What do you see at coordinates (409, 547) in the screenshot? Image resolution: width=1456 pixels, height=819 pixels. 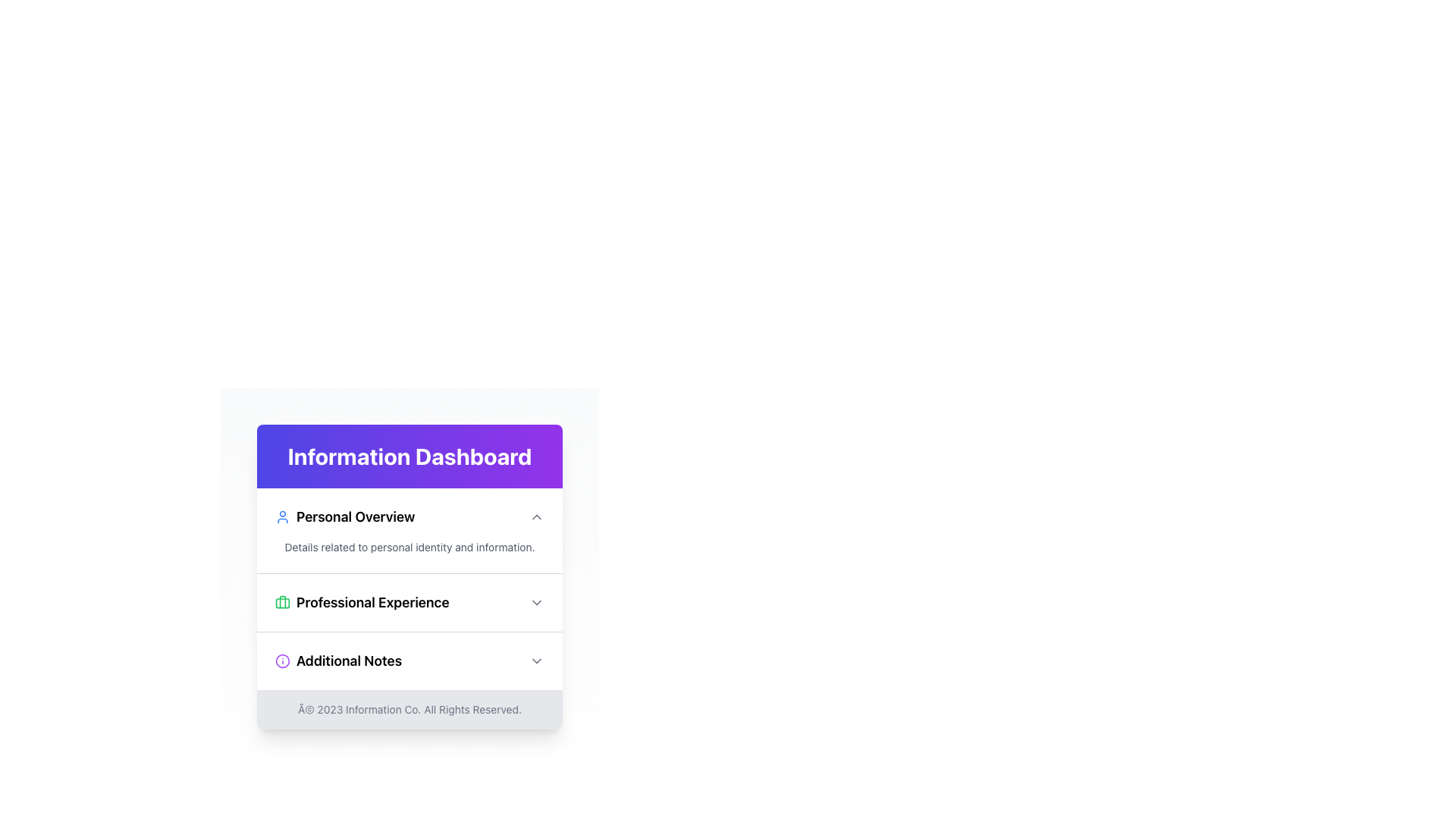 I see `the descriptive text element providing information about the 'Personal Overview' section, located centrally between the section title and the 'Professional Experience' section` at bounding box center [409, 547].